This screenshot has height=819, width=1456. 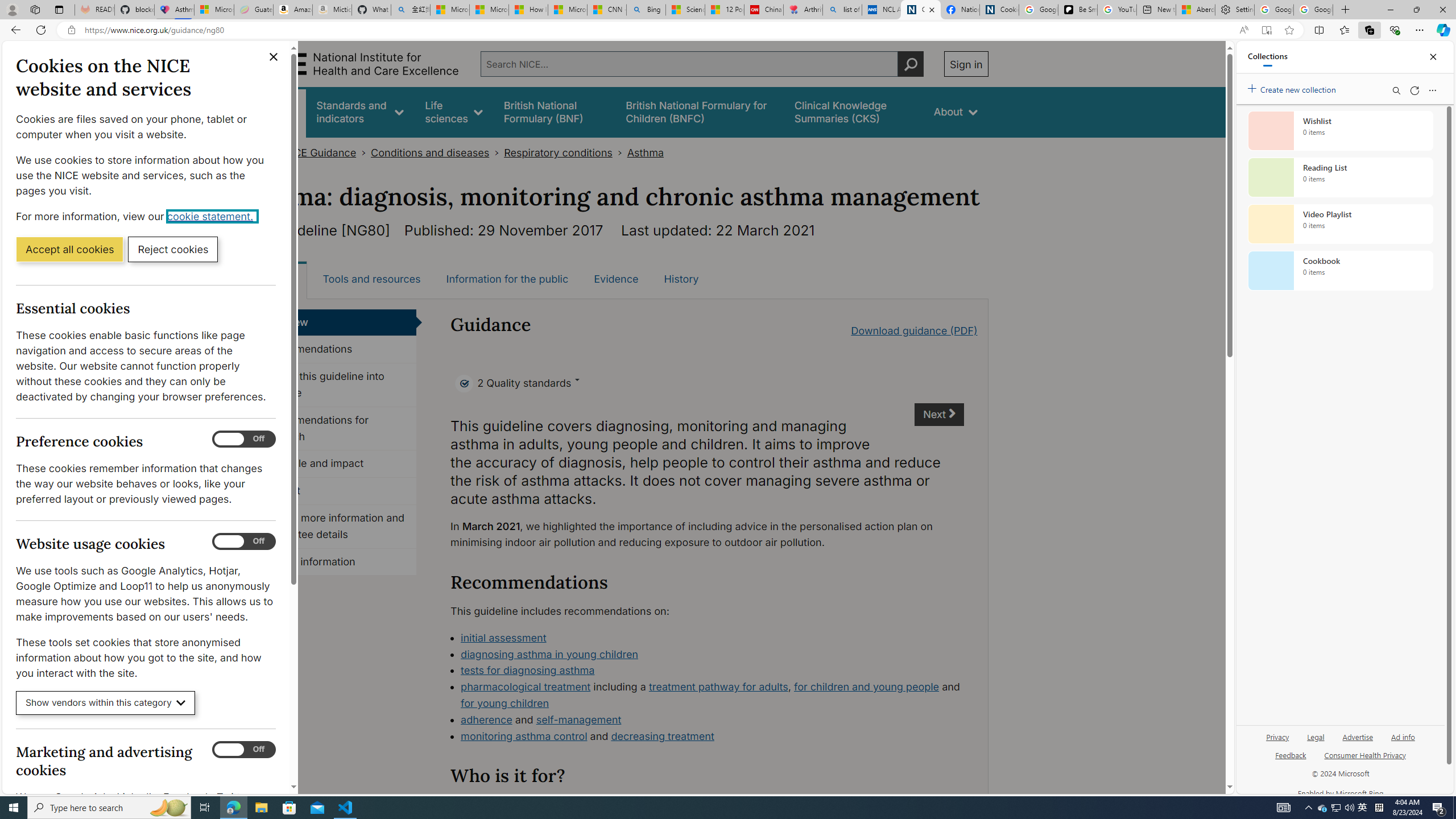 What do you see at coordinates (371, 279) in the screenshot?
I see `'Tools and resources'` at bounding box center [371, 279].